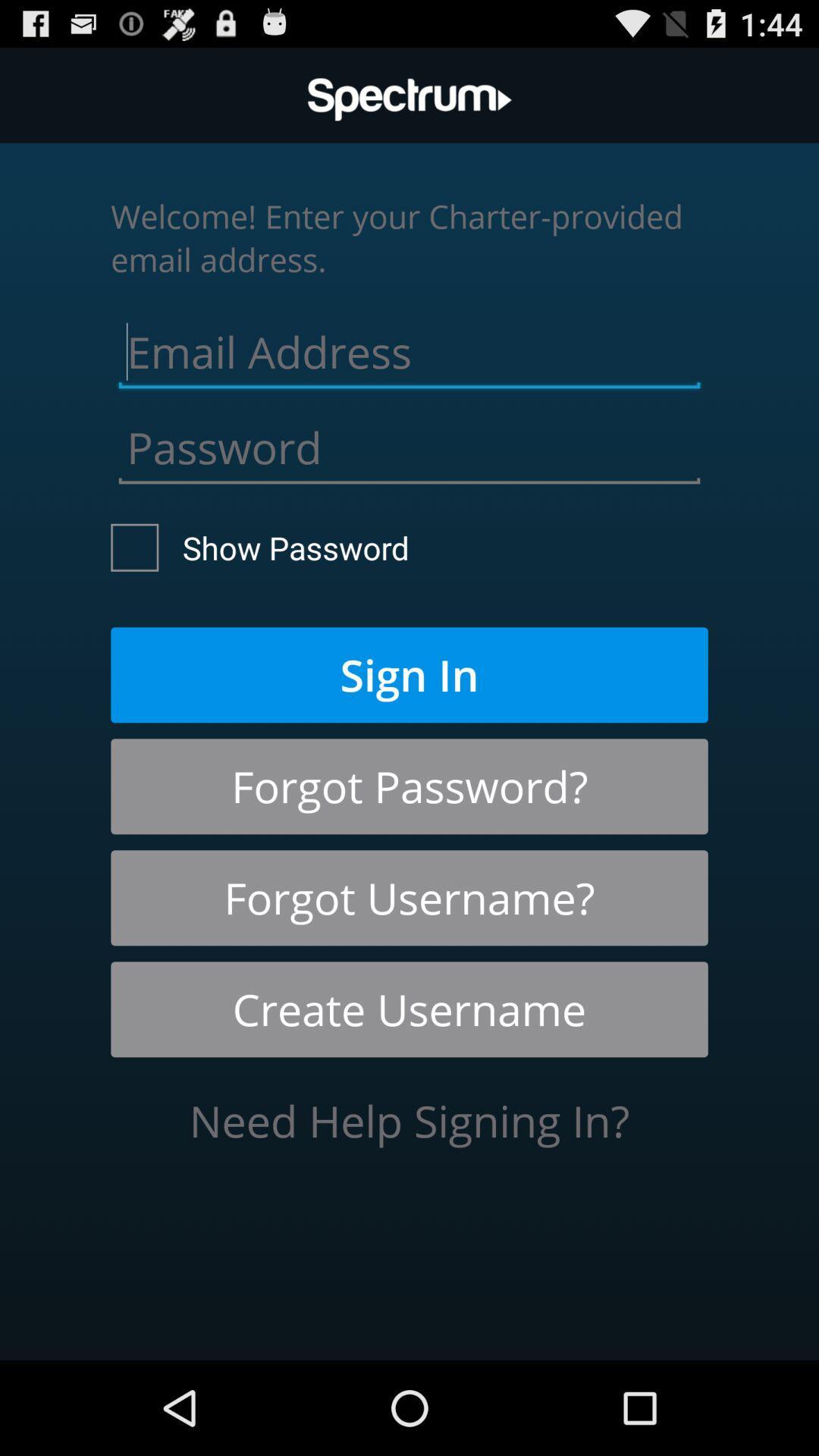  I want to click on the show password, so click(259, 547).